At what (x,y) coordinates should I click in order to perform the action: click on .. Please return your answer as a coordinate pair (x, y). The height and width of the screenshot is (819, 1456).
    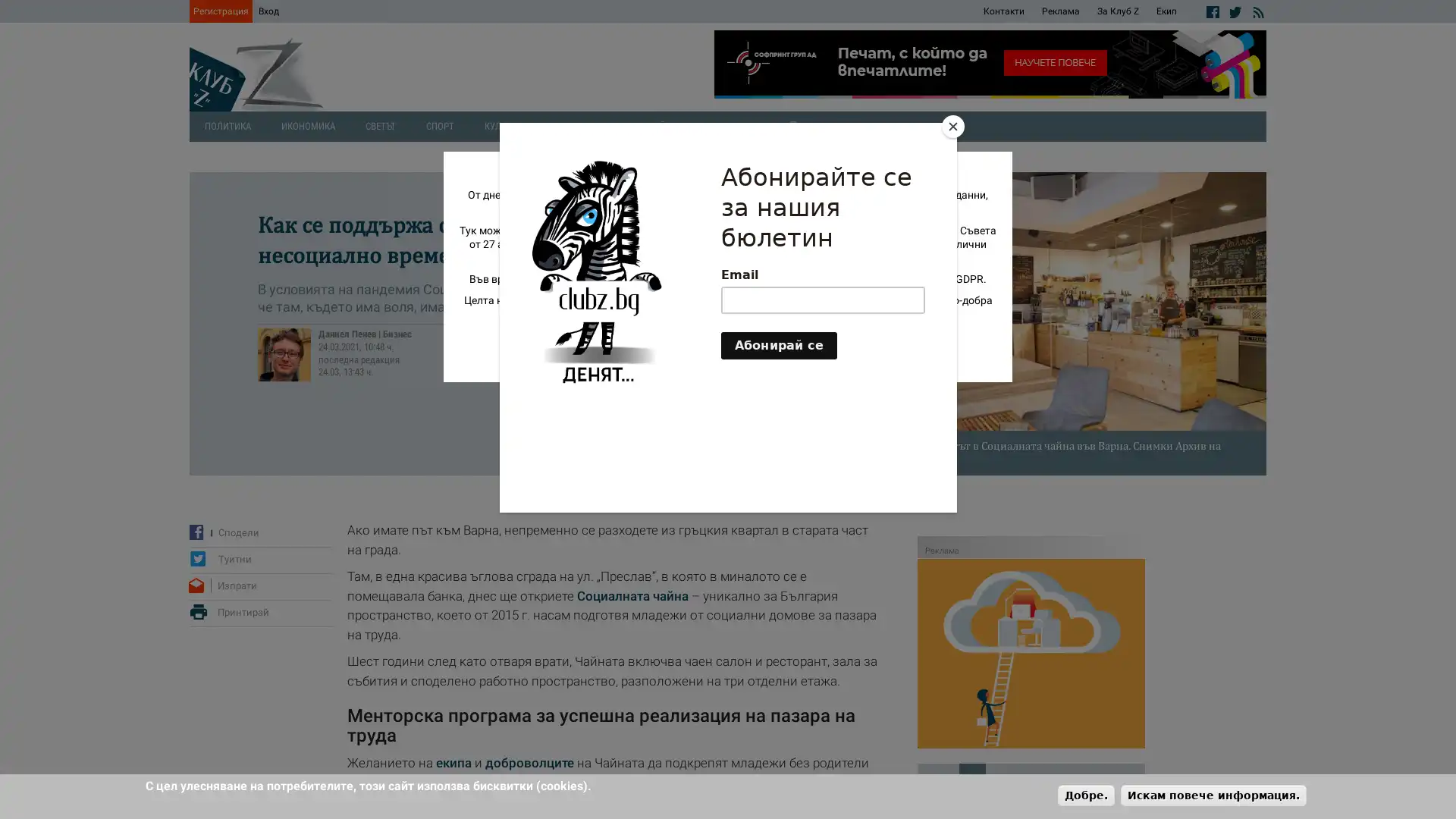
    Looking at the image, I should click on (1213, 794).